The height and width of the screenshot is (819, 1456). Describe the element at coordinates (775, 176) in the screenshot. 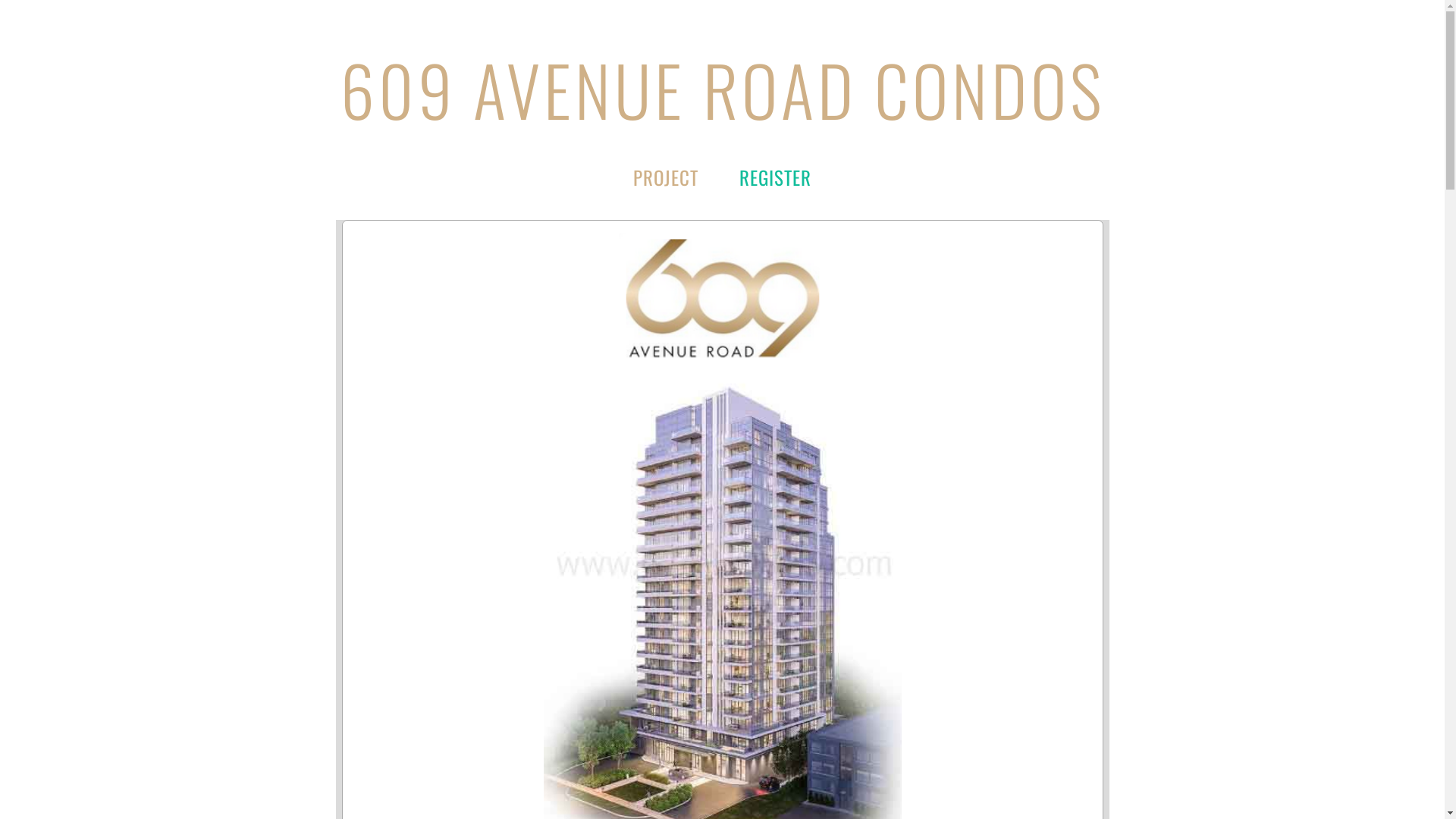

I see `'REGISTER'` at that location.